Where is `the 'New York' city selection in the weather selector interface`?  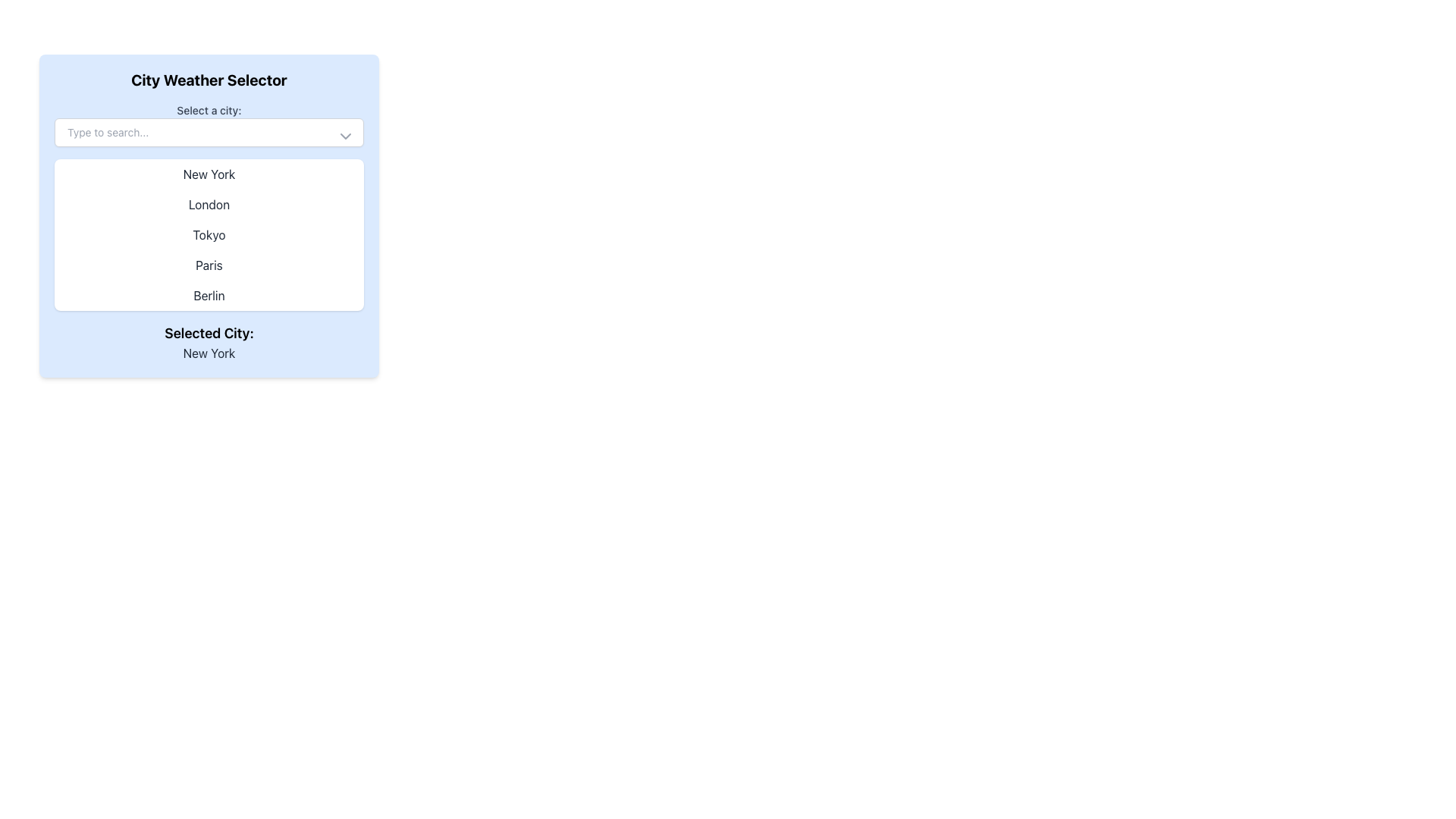
the 'New York' city selection in the weather selector interface is located at coordinates (208, 174).